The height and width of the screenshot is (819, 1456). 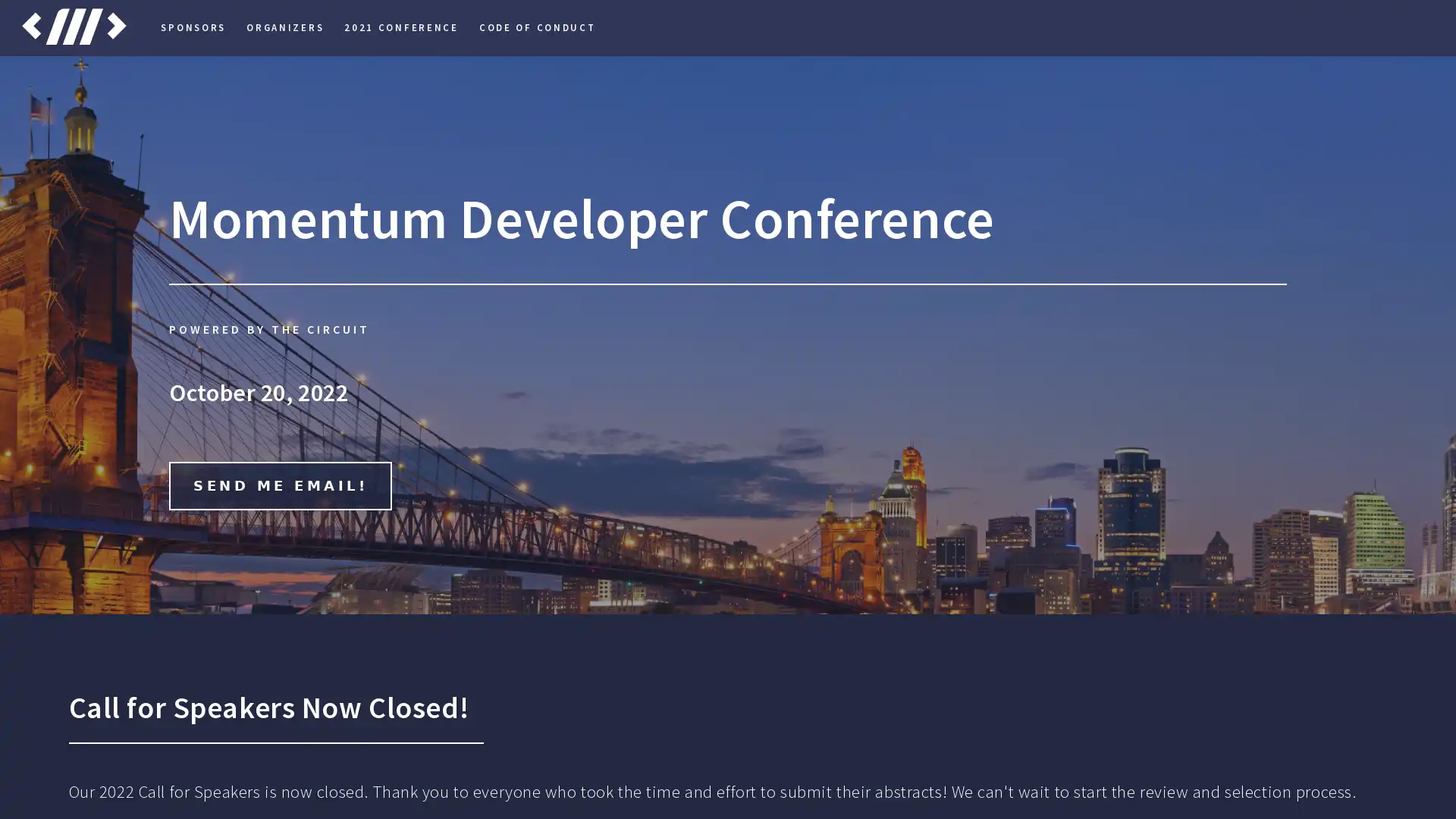 I want to click on SEND ME EMAIL!, so click(x=280, y=485).